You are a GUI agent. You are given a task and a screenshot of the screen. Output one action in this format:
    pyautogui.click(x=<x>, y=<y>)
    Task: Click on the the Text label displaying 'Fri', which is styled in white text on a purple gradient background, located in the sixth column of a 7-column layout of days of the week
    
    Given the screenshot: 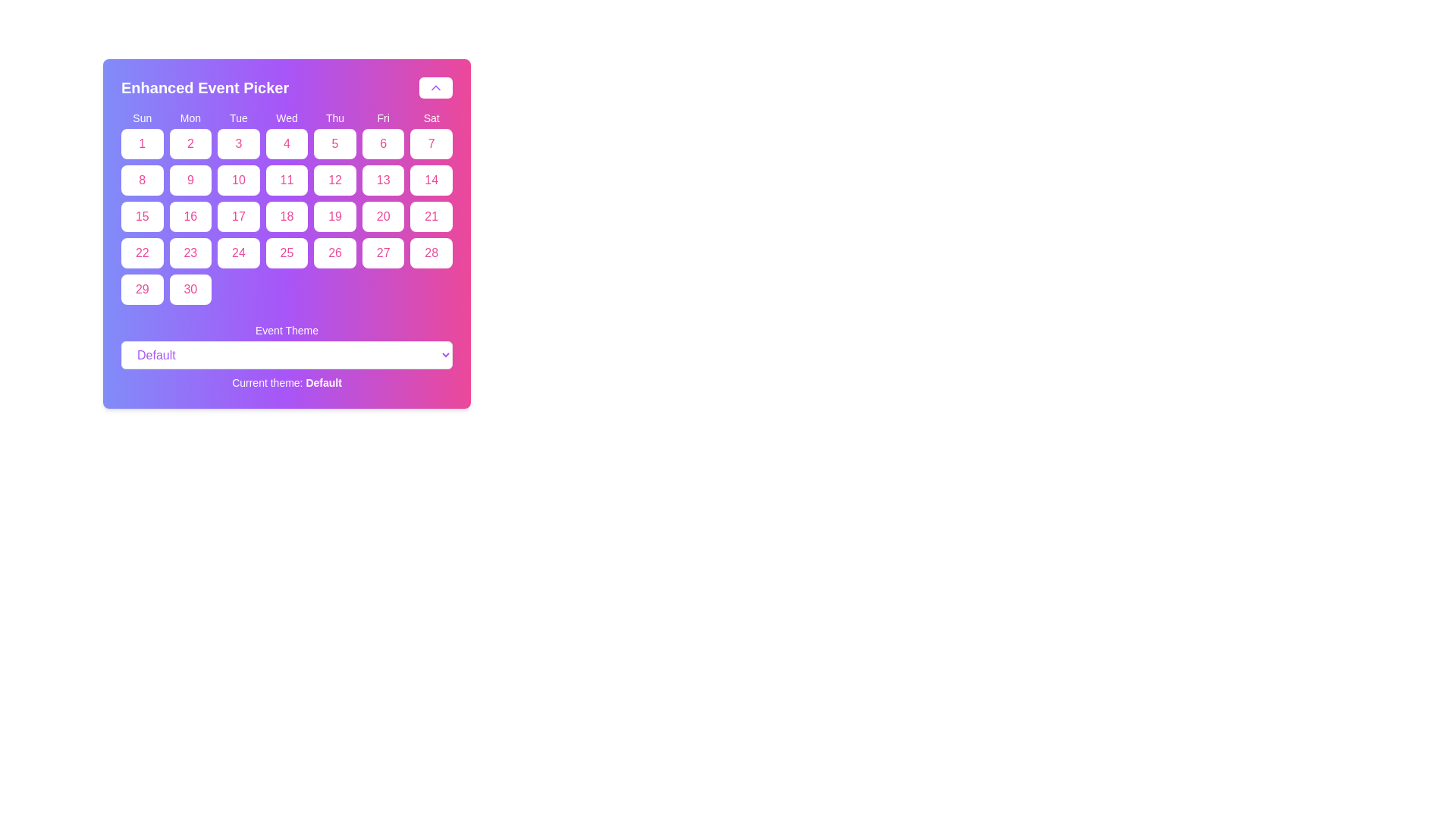 What is the action you would take?
    pyautogui.click(x=383, y=117)
    